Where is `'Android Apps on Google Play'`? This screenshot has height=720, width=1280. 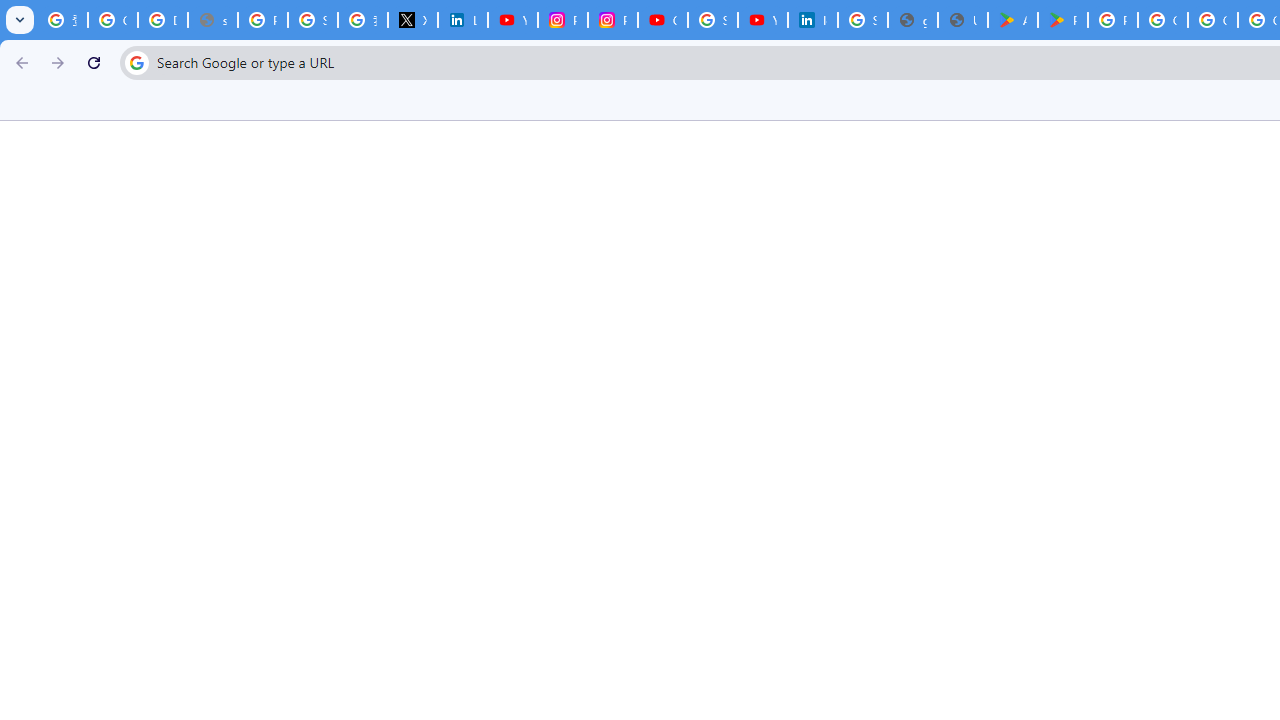
'Android Apps on Google Play' is located at coordinates (1013, 20).